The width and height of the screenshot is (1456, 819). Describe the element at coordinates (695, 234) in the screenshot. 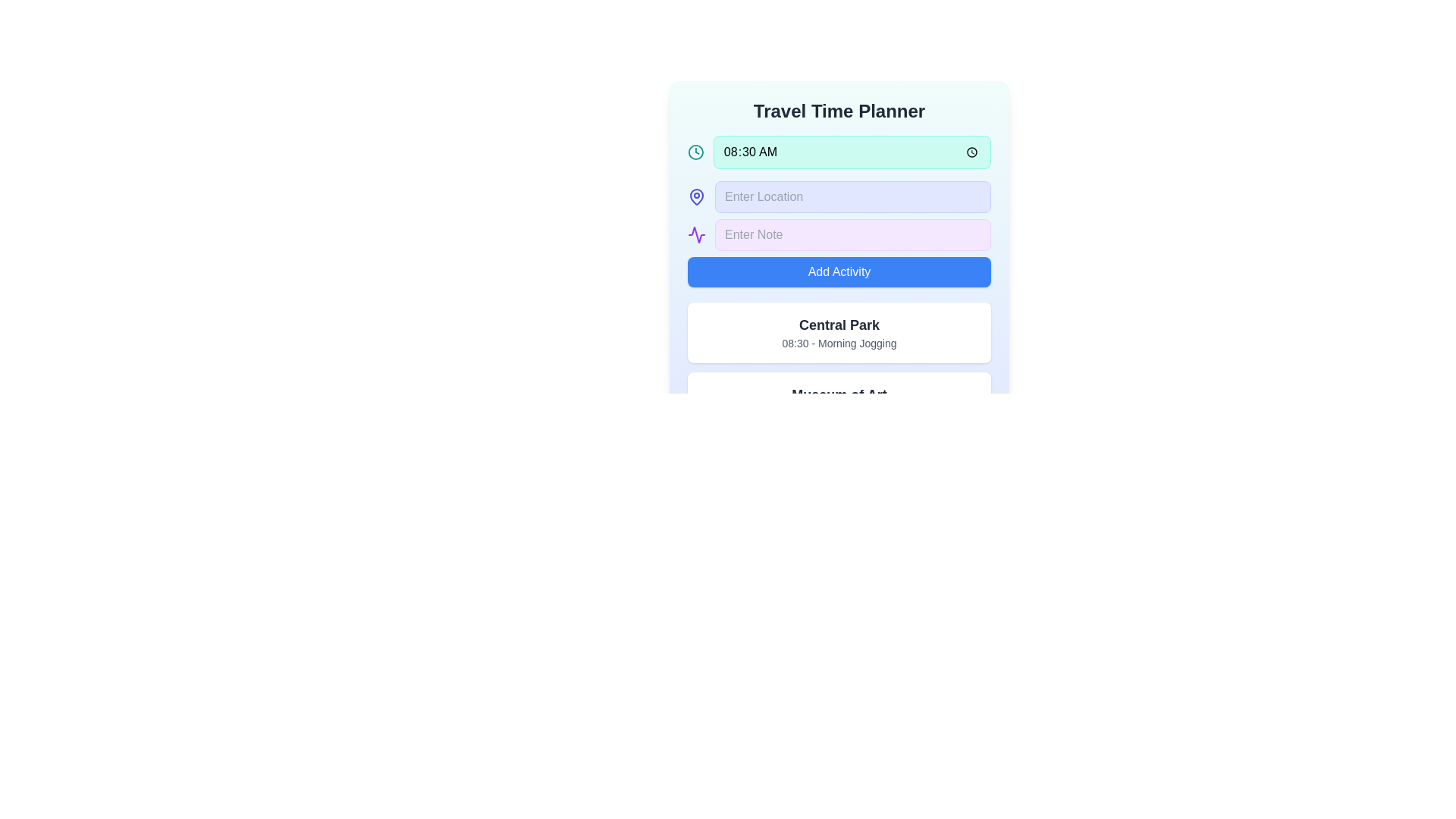

I see `the small purple waveform-shaped icon located to the left of the 'Enter Note' text input field for interaction` at that location.